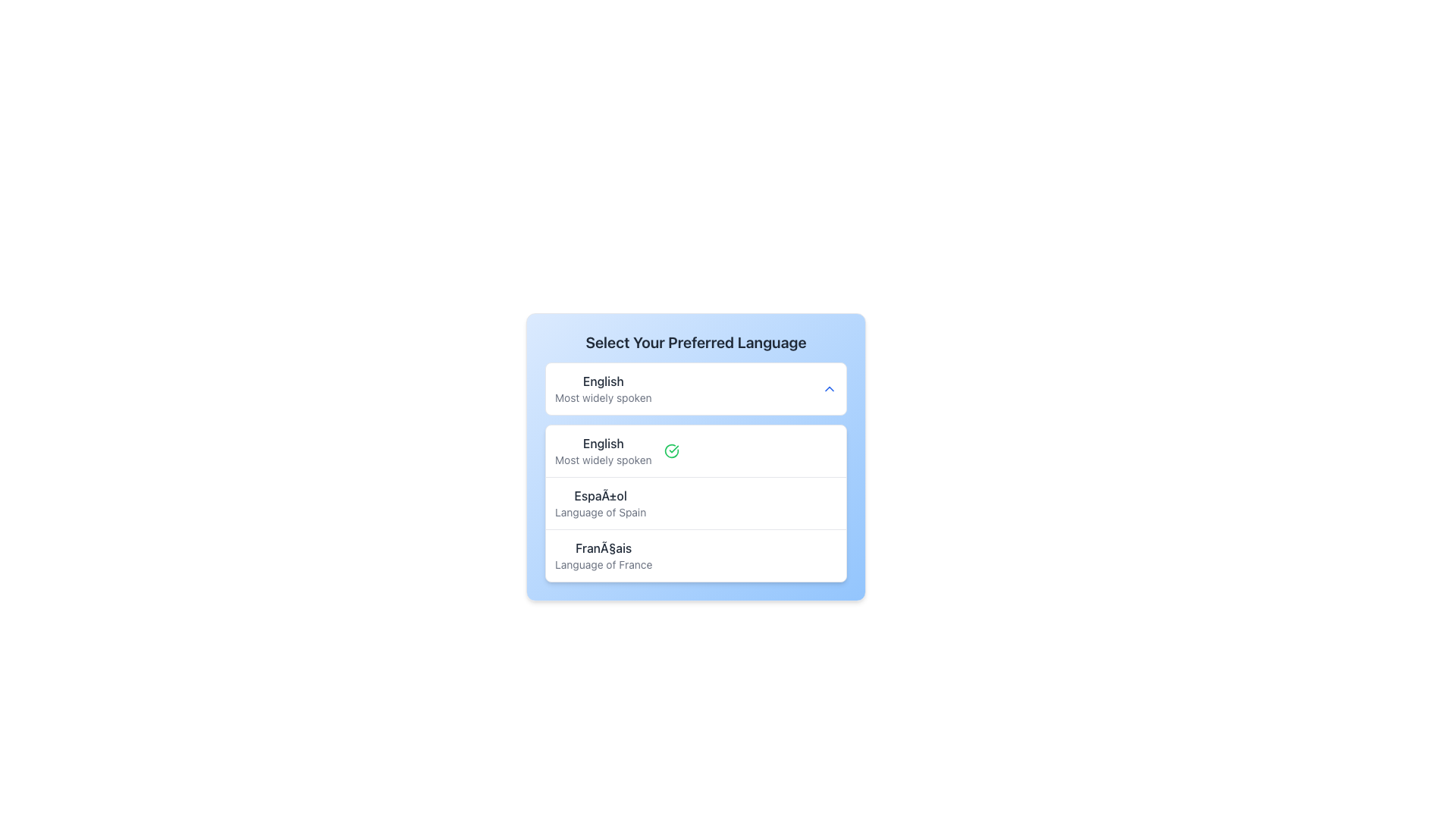  What do you see at coordinates (603, 548) in the screenshot?
I see `the language selection label located at the top of the language options dropdown menu titled 'Select Your Preferred Language'` at bounding box center [603, 548].